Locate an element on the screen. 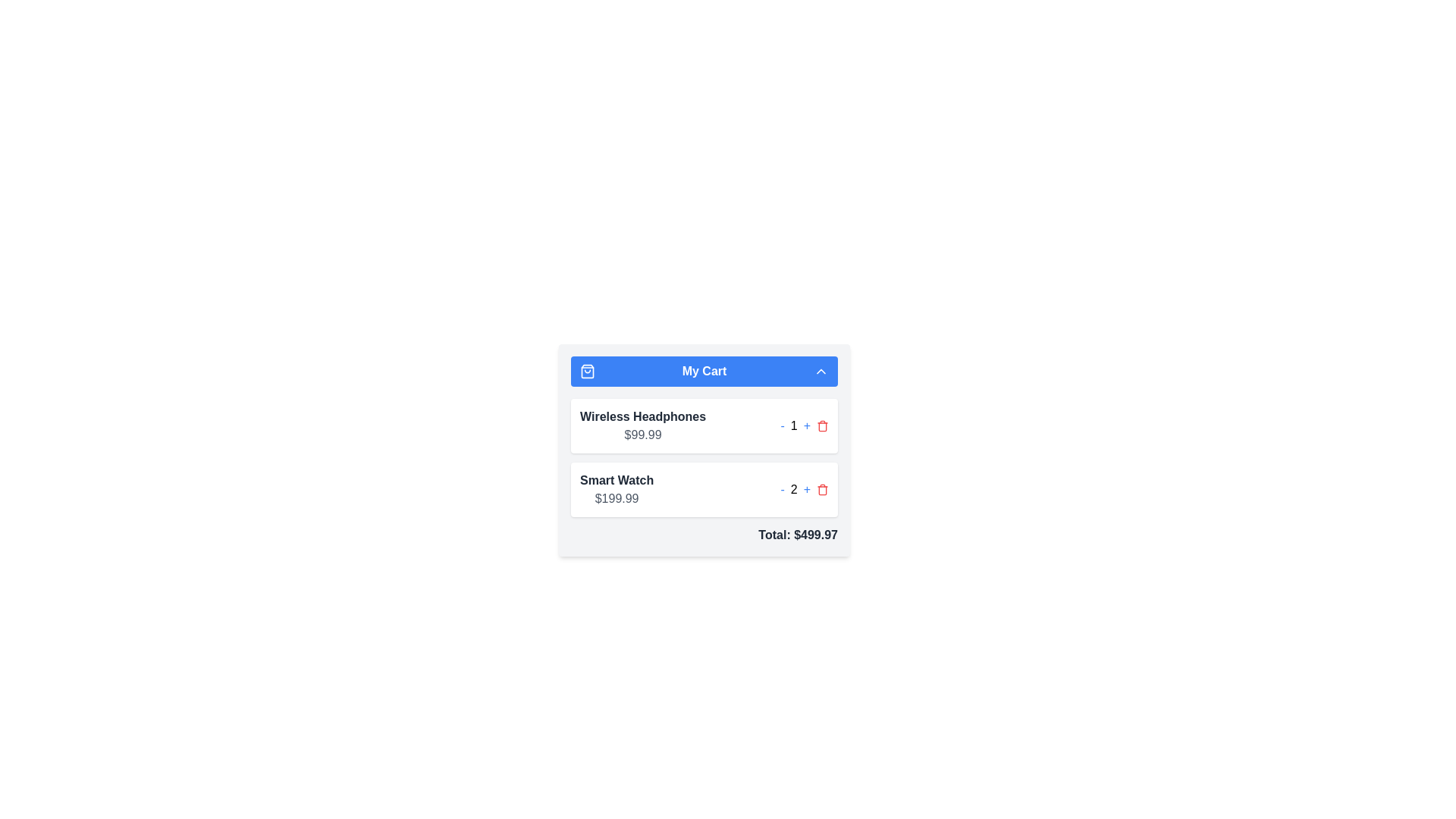 The image size is (1456, 819). the price display for the product 'Wireless Headphones' in the 'My Cart' section of the shopping cart interface is located at coordinates (643, 435).